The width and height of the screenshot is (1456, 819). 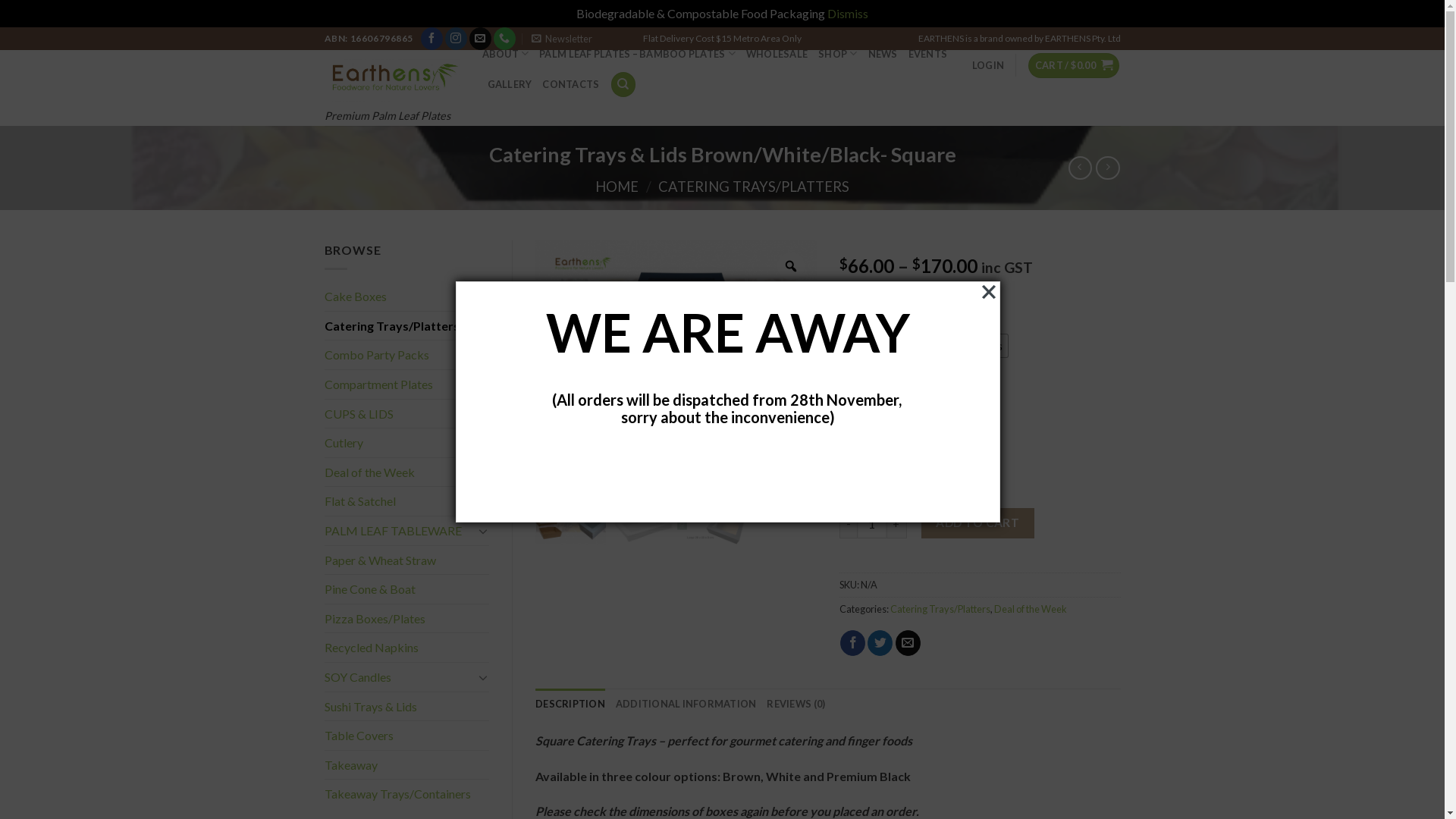 What do you see at coordinates (836, 52) in the screenshot?
I see `'SHOP'` at bounding box center [836, 52].